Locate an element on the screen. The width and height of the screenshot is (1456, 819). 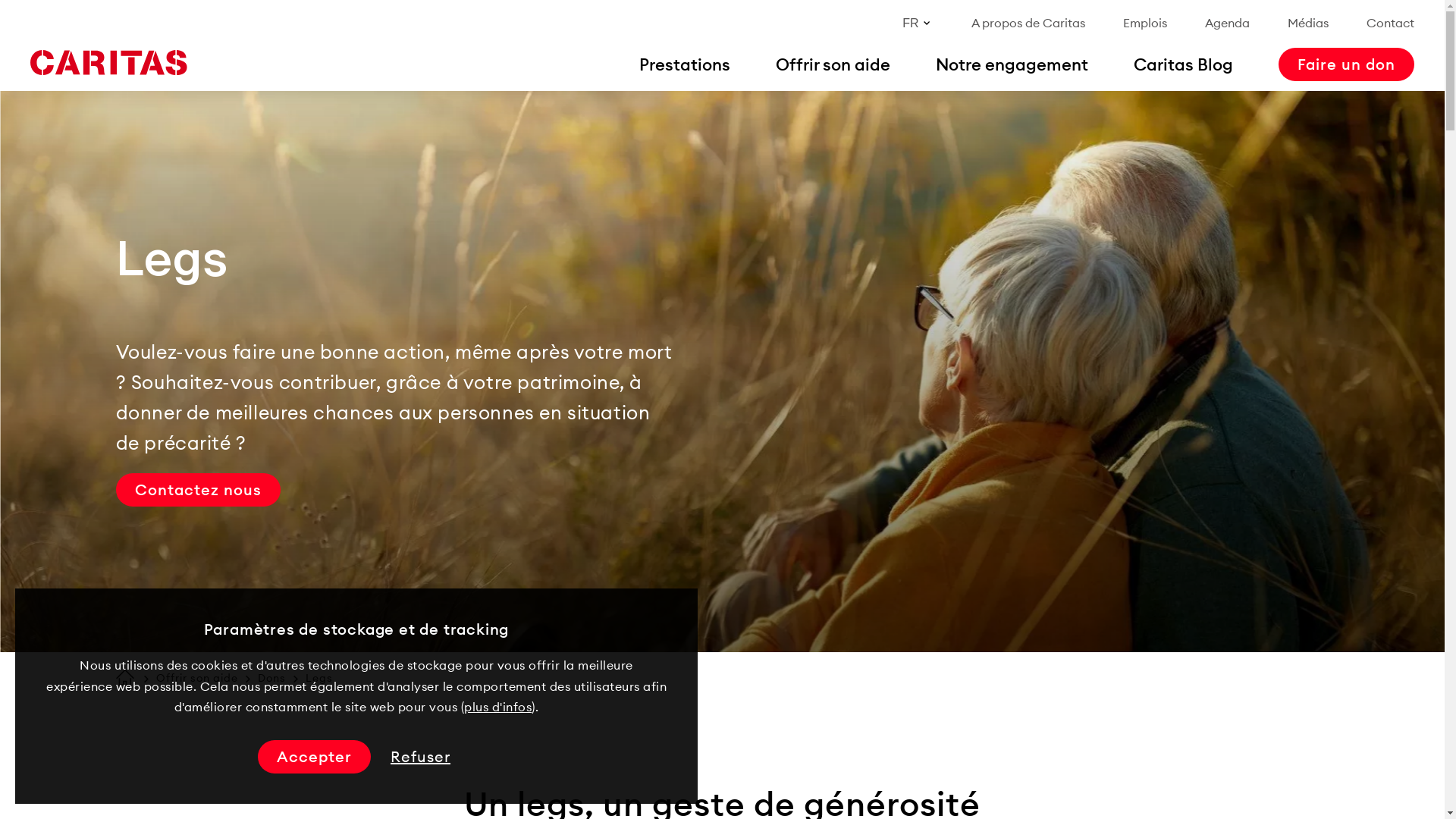
'Open sub menu' is located at coordinates (18, 18).